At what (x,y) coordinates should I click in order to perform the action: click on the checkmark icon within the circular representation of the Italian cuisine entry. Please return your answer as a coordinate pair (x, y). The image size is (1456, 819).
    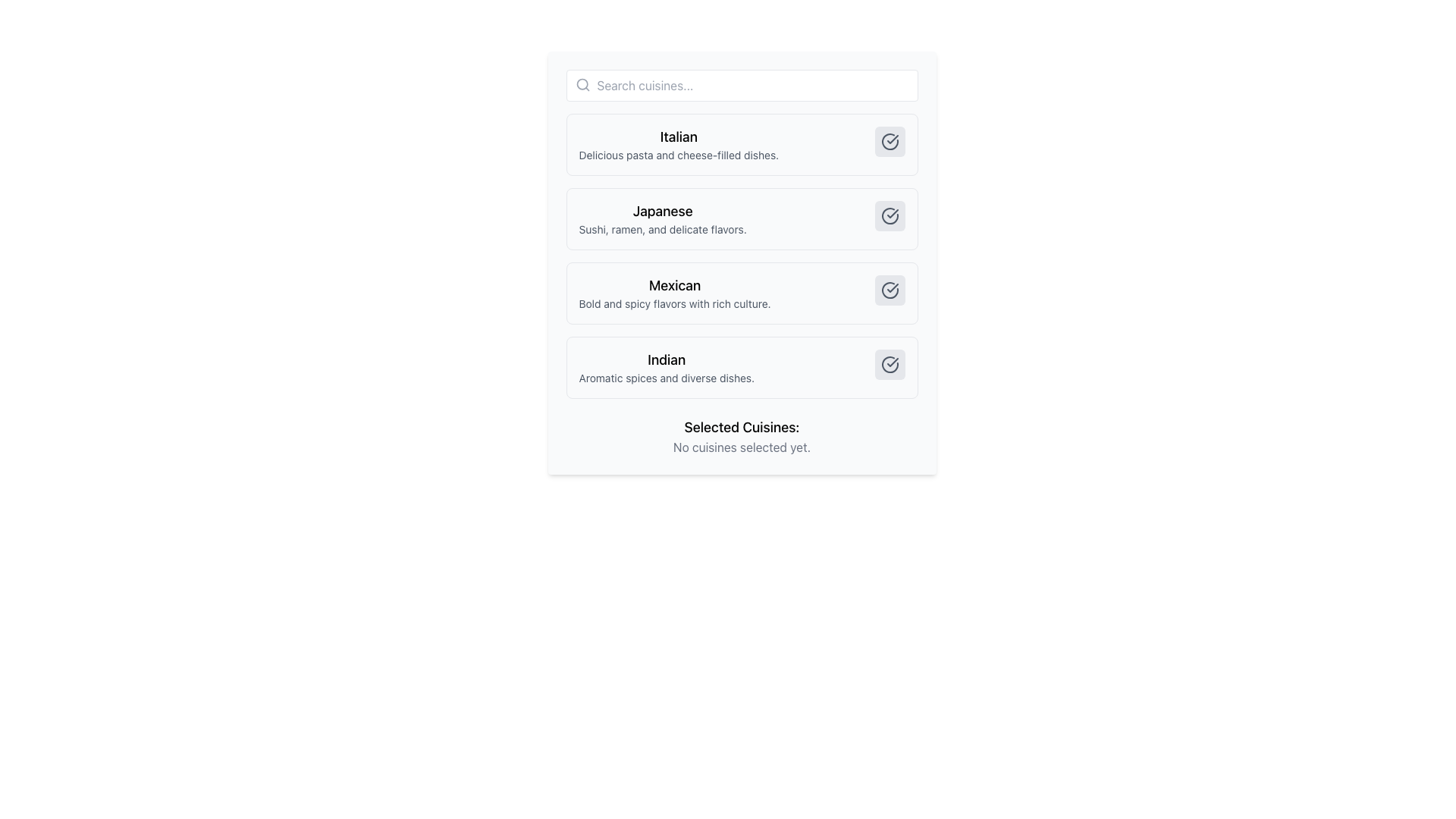
    Looking at the image, I should click on (892, 140).